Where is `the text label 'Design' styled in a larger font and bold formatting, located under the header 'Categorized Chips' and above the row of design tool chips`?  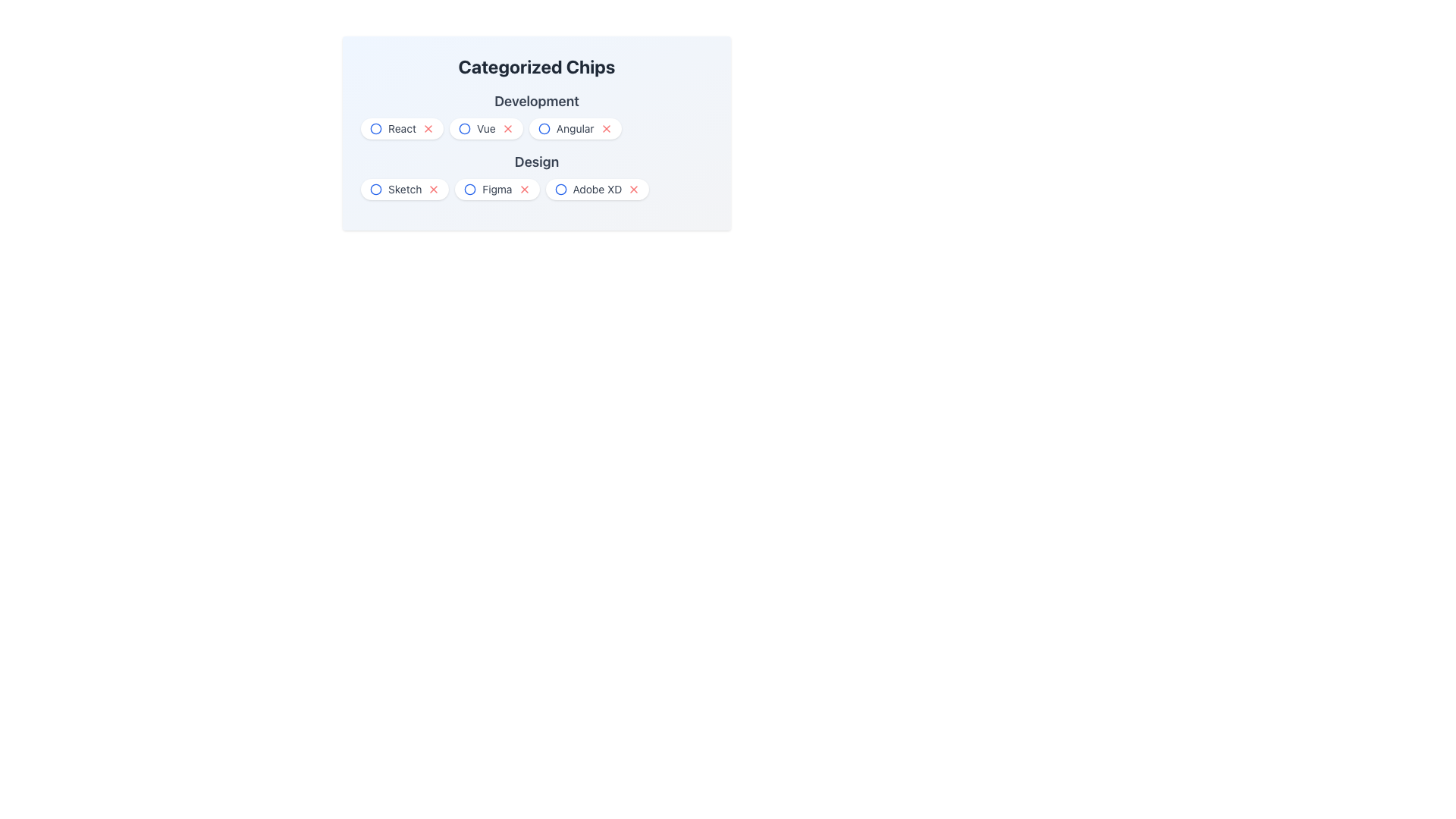 the text label 'Design' styled in a larger font and bold formatting, located under the header 'Categorized Chips' and above the row of design tool chips is located at coordinates (537, 162).